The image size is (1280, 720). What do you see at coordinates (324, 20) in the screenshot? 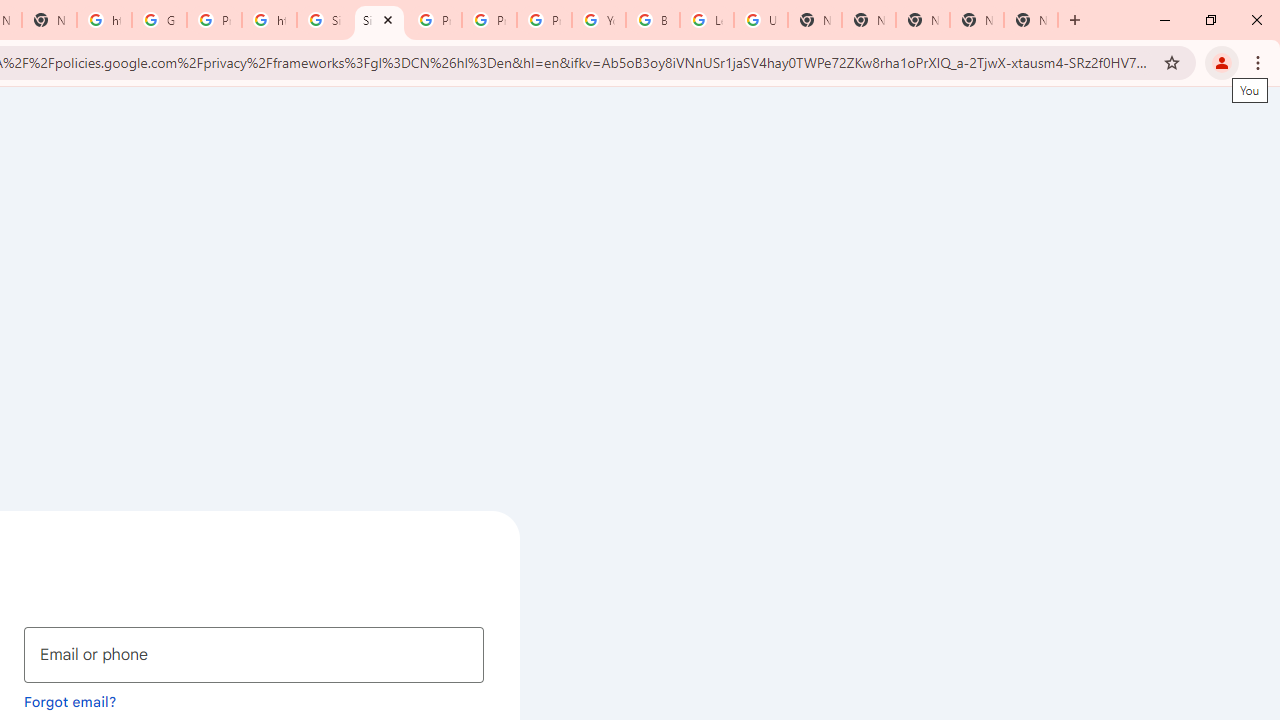
I see `'Sign in - Google Accounts'` at bounding box center [324, 20].